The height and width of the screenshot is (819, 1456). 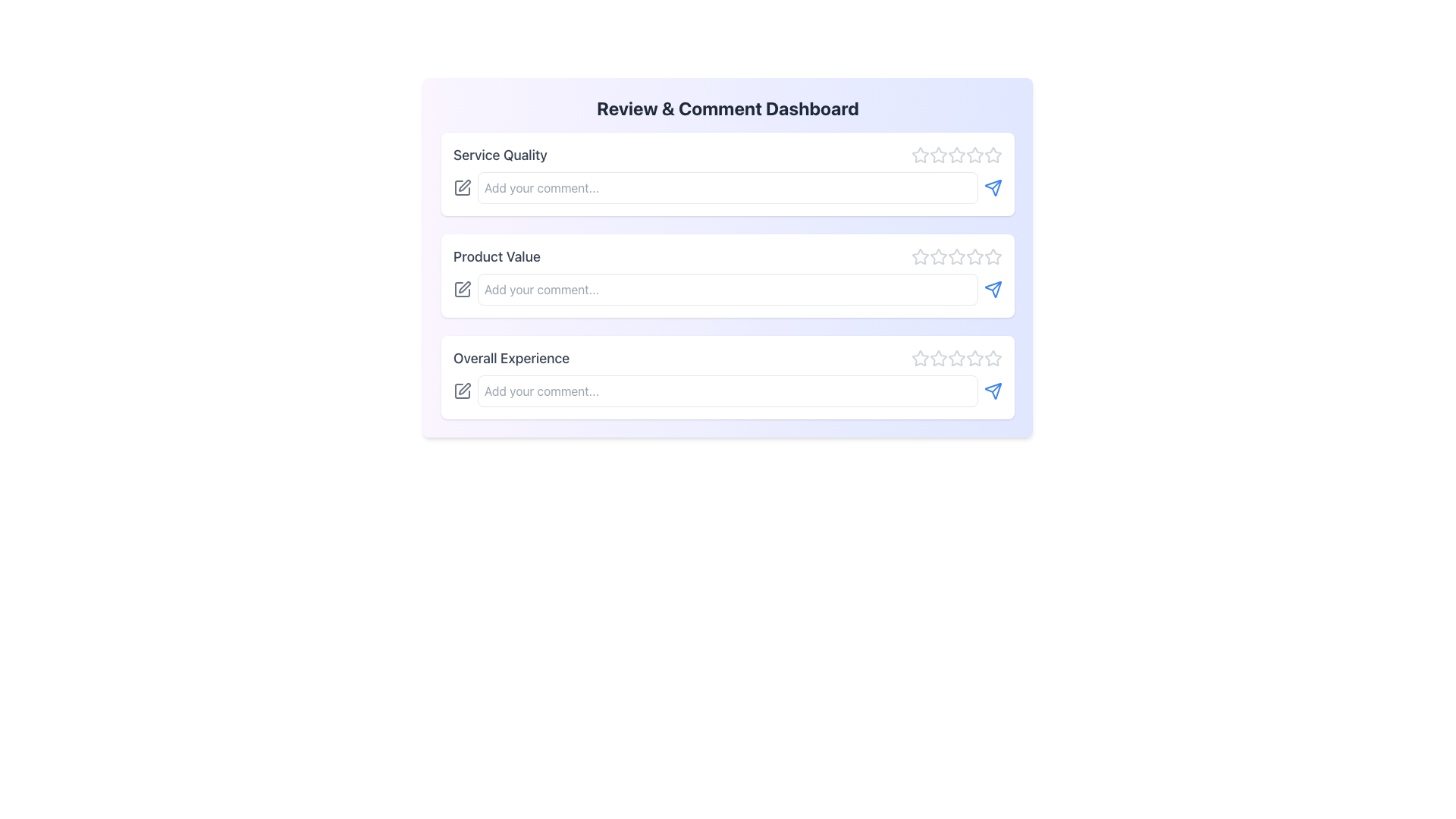 I want to click on the fourth star in the 'Overall Experience' row of the rating system, so click(x=956, y=359).